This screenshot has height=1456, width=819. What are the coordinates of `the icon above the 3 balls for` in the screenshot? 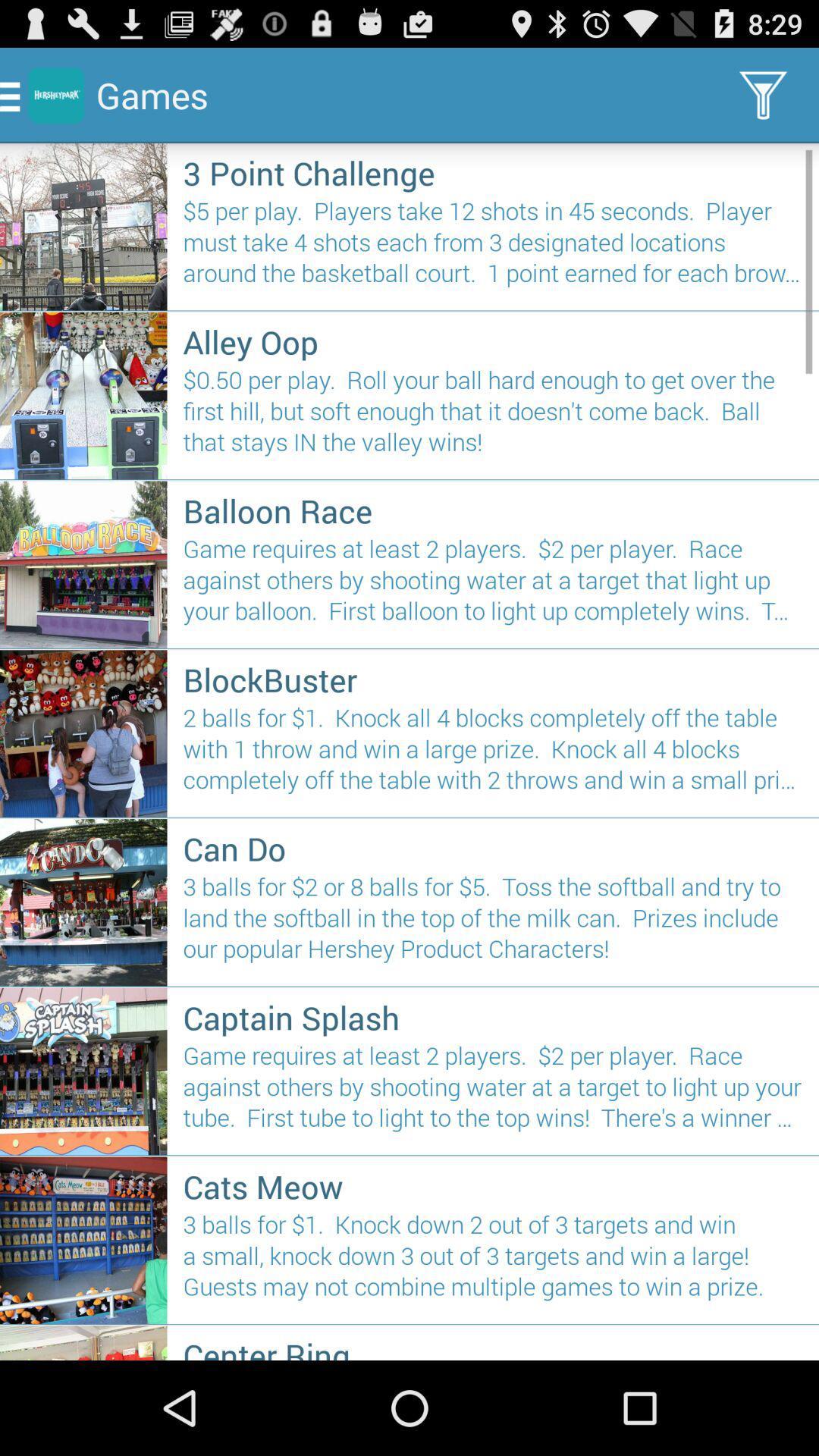 It's located at (493, 1185).